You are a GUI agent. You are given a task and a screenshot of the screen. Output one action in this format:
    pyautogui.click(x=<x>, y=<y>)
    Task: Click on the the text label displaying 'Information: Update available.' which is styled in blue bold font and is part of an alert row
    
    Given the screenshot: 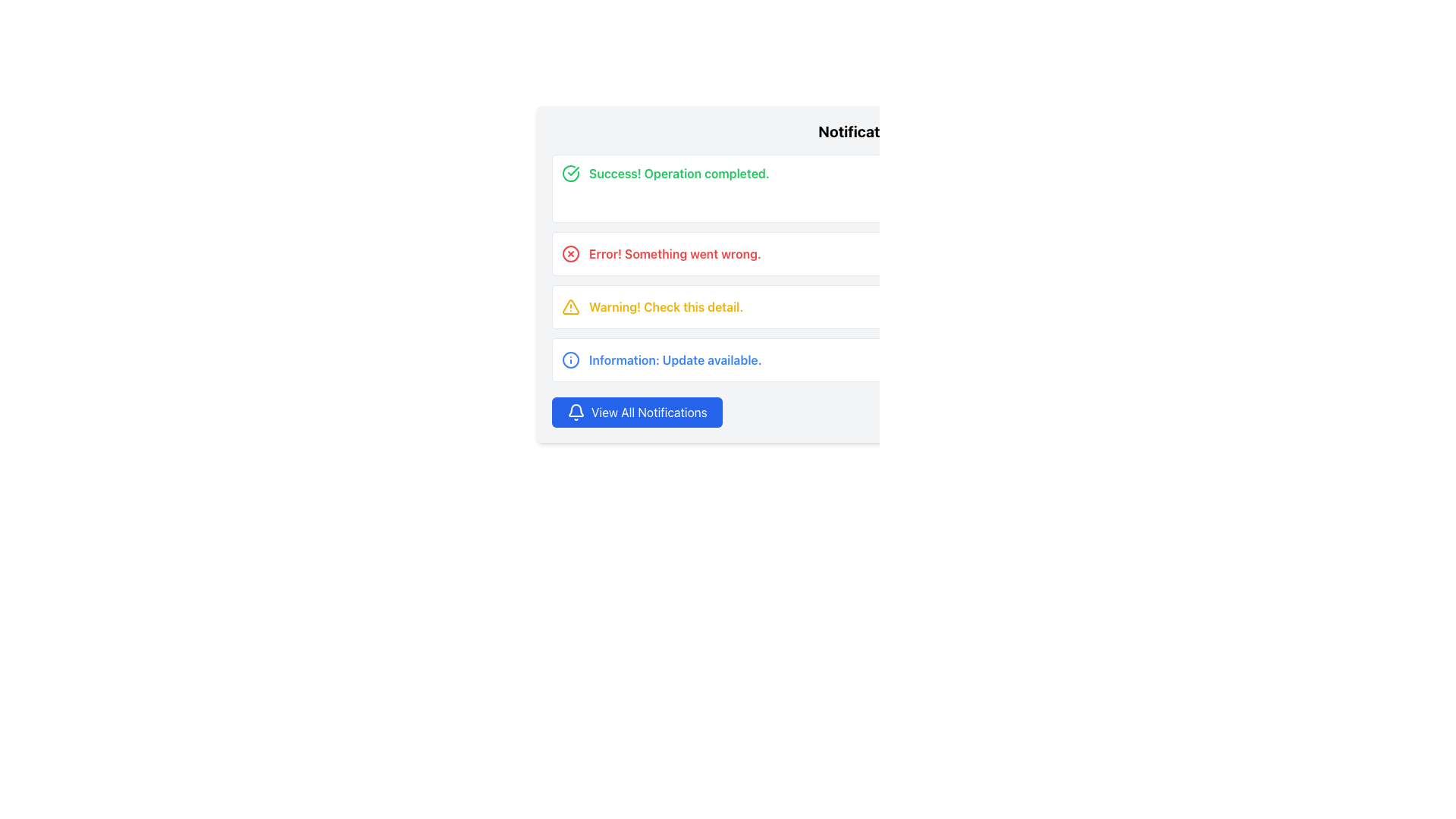 What is the action you would take?
    pyautogui.click(x=674, y=359)
    